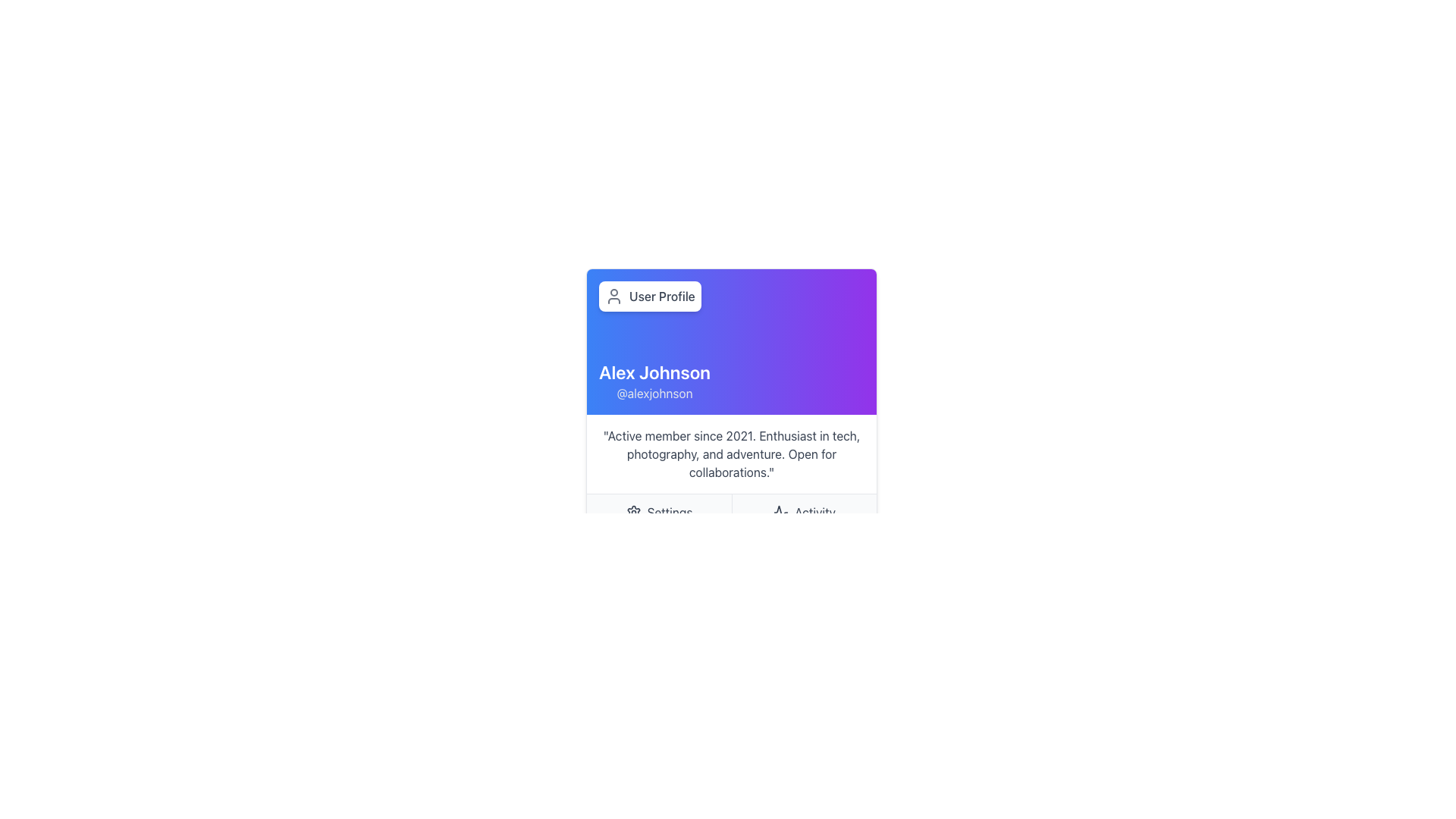  Describe the element at coordinates (781, 512) in the screenshot. I see `the 'Activity' icon located on the right side of the profile description section, adjacent to the word 'Activity'` at that location.